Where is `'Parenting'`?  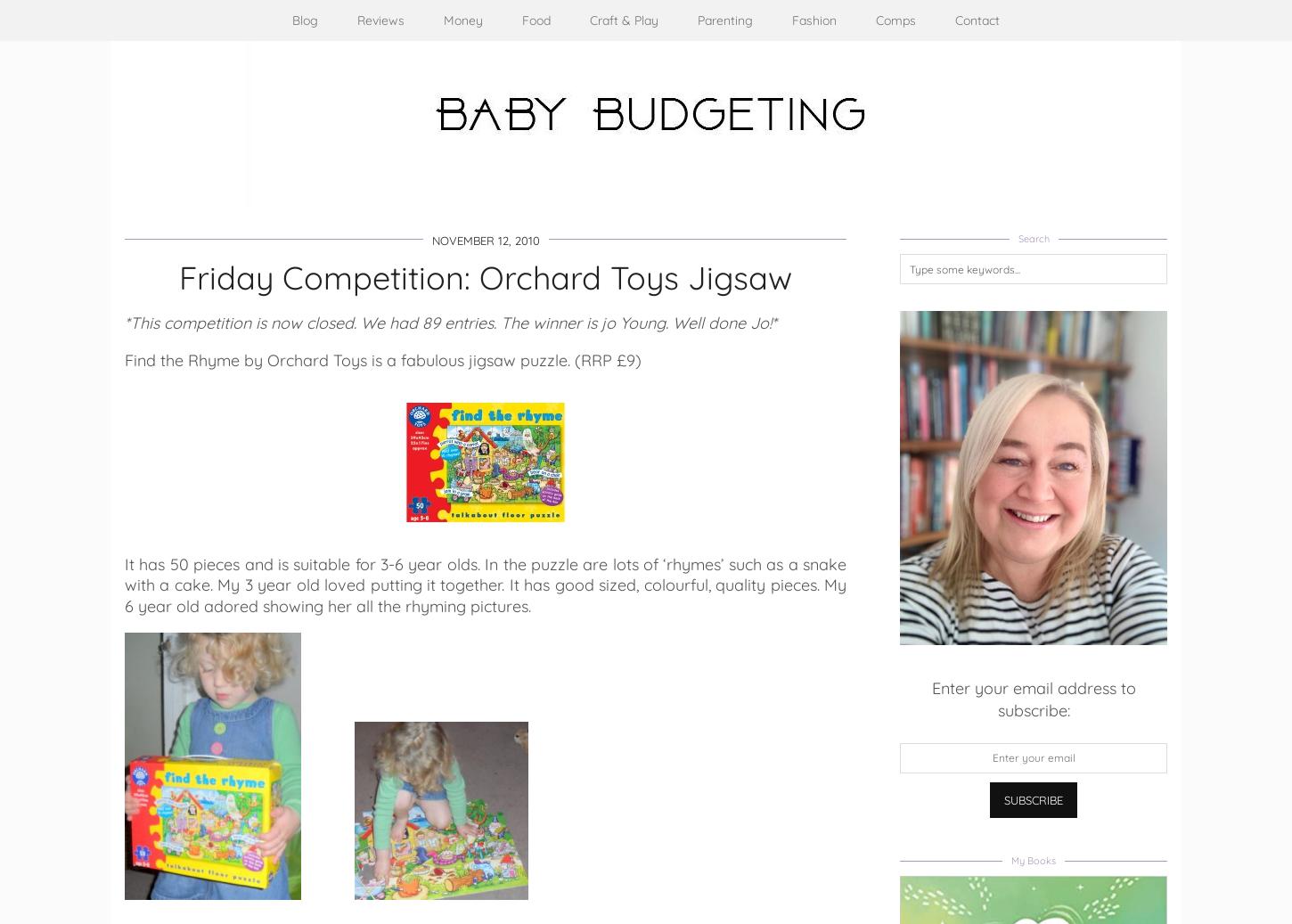 'Parenting' is located at coordinates (725, 20).